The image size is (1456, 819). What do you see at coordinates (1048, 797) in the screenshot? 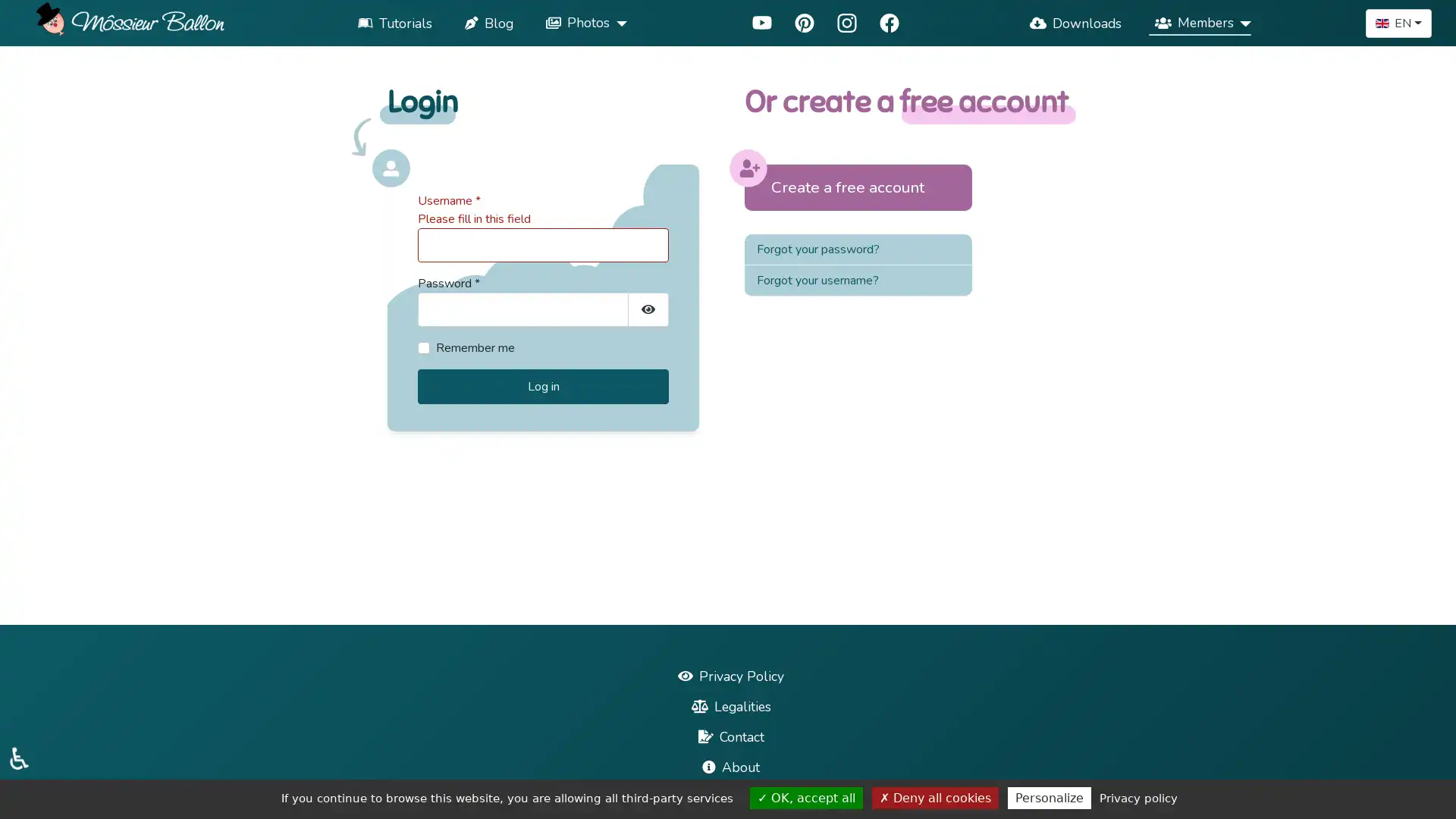
I see `Personalize (modal window)` at bounding box center [1048, 797].